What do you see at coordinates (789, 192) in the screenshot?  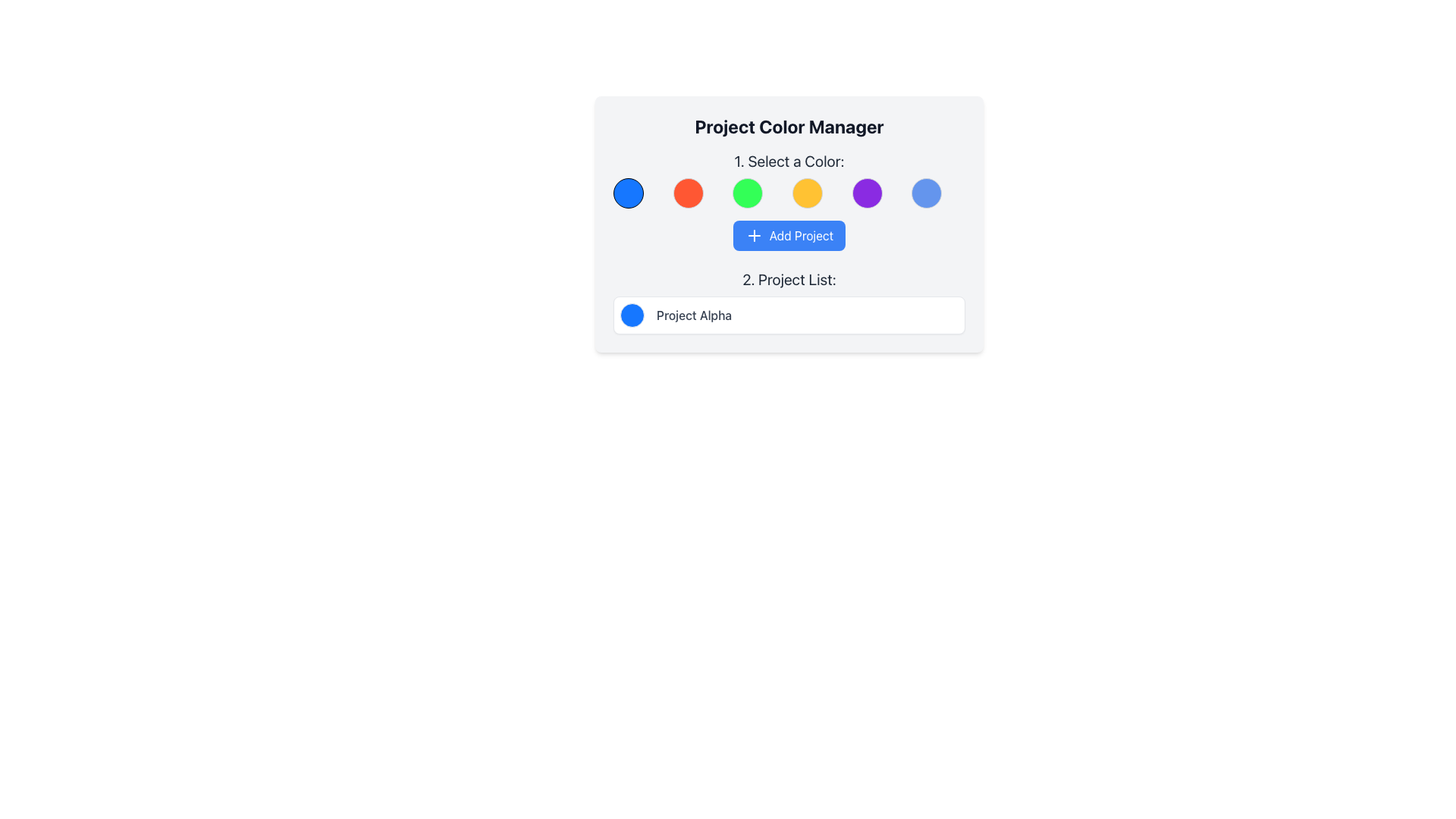 I see `the specific color circle within the grid of circular color selectors located directly beneath the heading '1. Select a Color:'` at bounding box center [789, 192].